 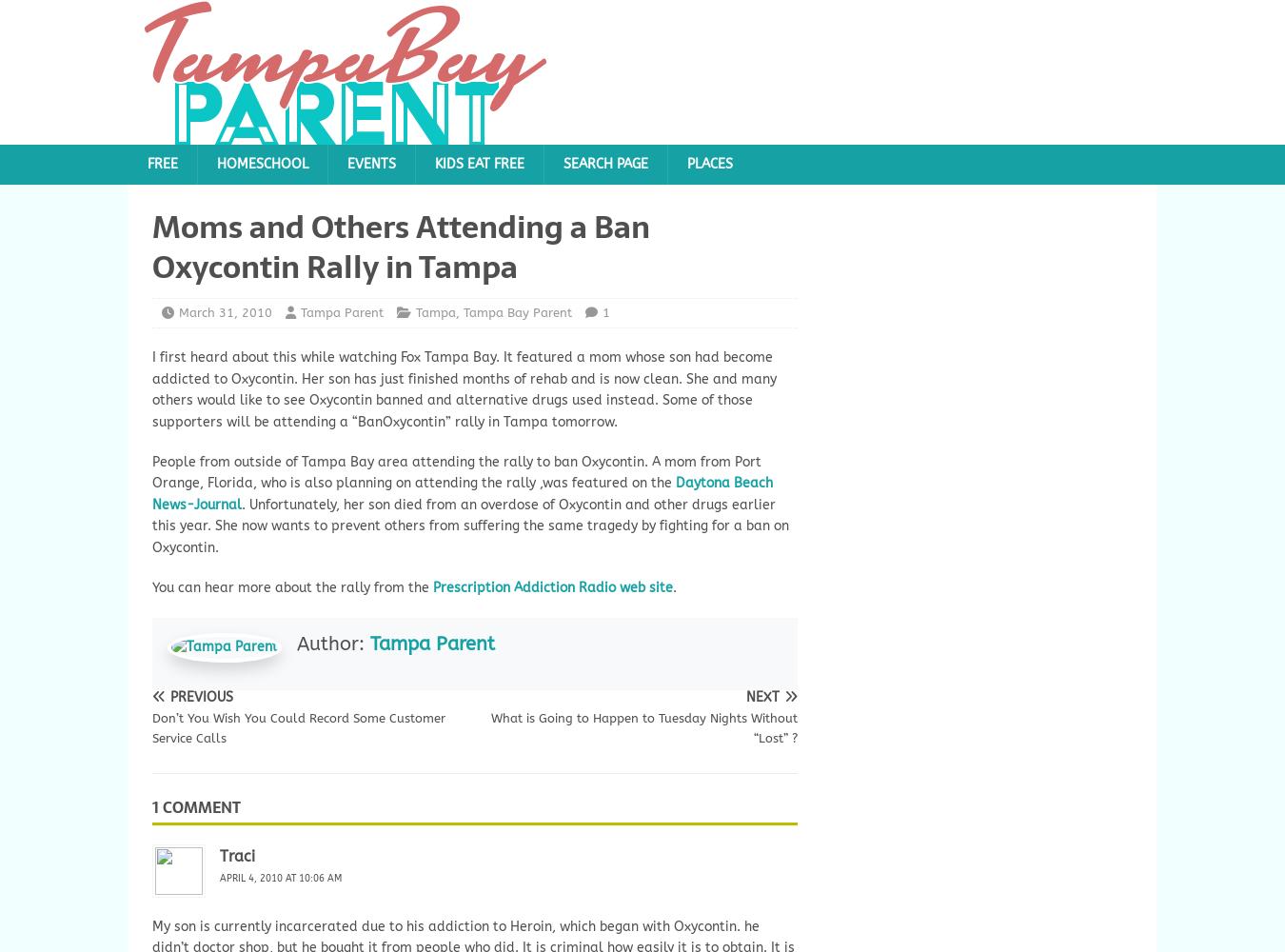 What do you see at coordinates (225, 310) in the screenshot?
I see `'March 31, 2010'` at bounding box center [225, 310].